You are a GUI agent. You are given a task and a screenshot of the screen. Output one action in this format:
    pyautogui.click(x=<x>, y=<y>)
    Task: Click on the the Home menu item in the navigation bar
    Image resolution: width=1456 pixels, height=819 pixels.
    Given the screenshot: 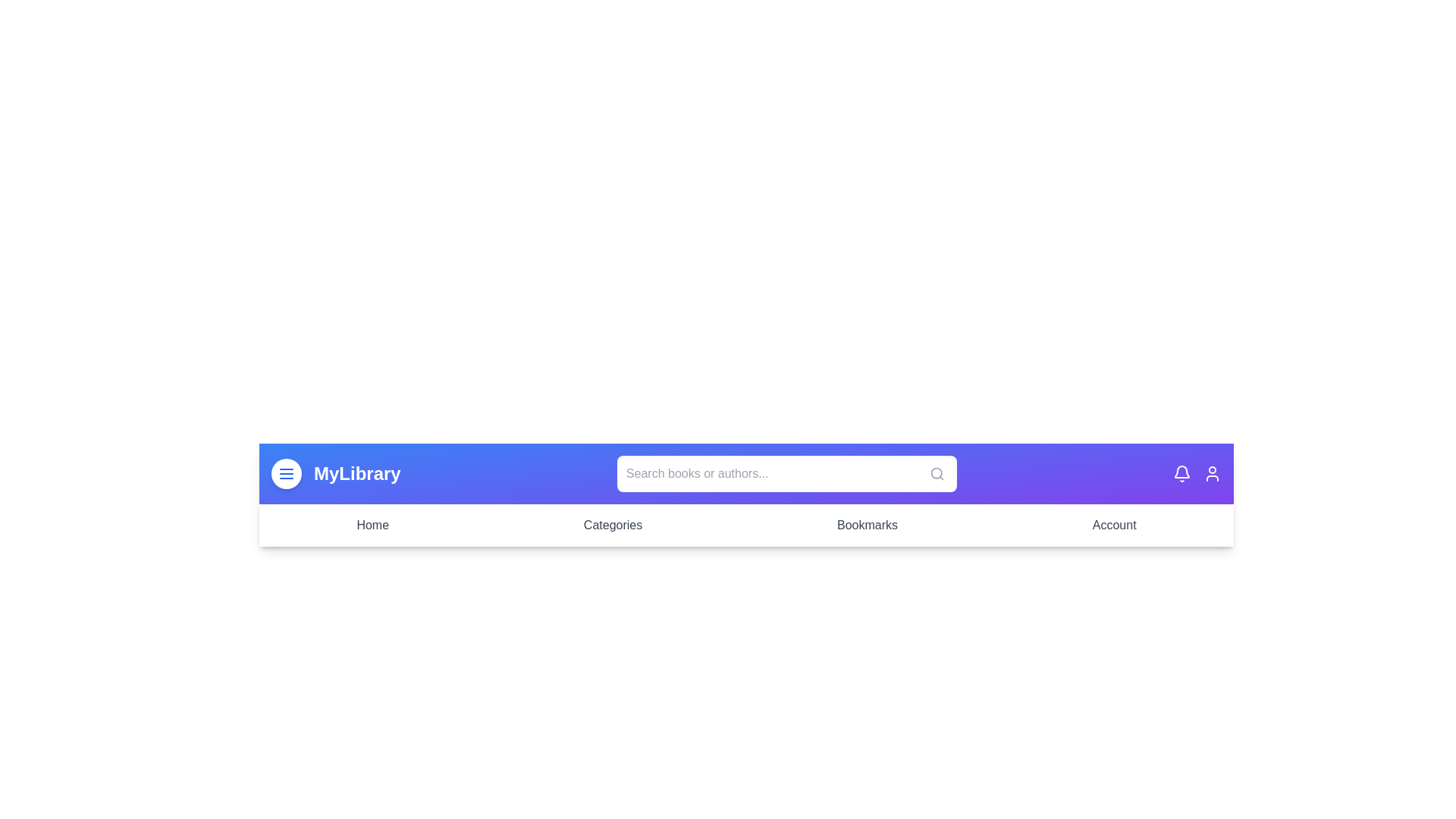 What is the action you would take?
    pyautogui.click(x=372, y=525)
    